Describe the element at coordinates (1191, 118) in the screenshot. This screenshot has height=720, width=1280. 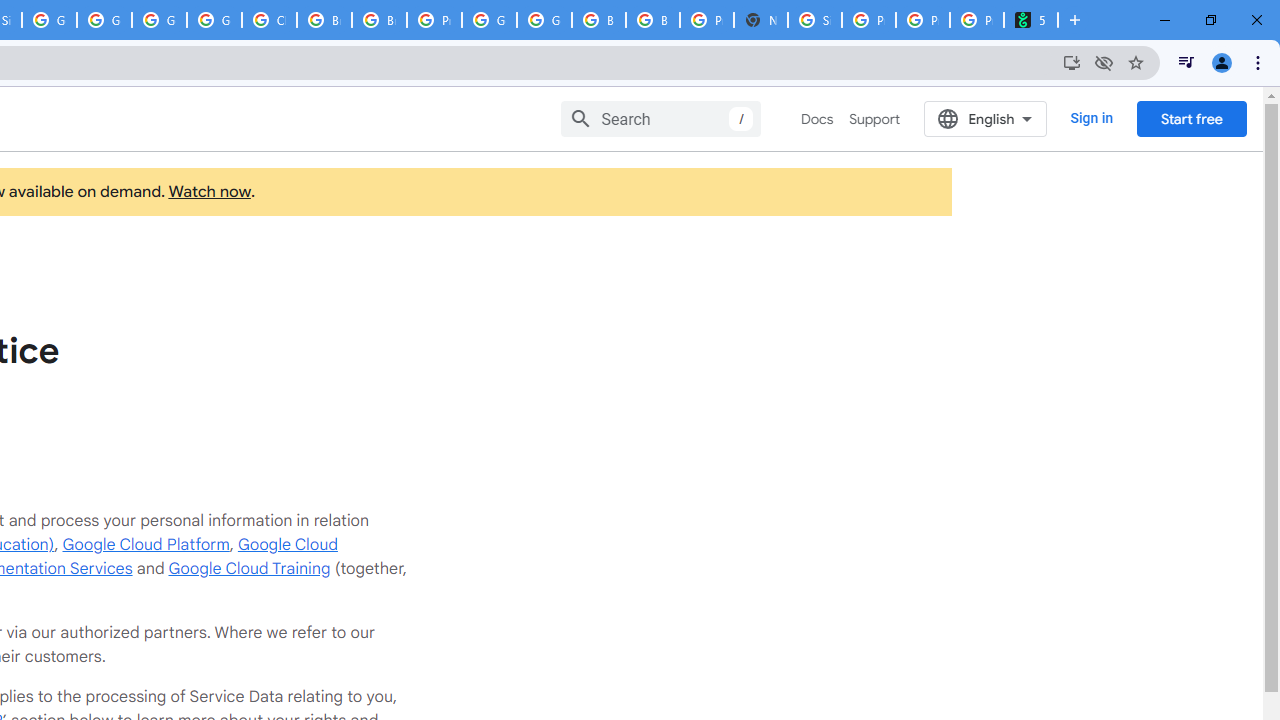
I see `'Start free'` at that location.